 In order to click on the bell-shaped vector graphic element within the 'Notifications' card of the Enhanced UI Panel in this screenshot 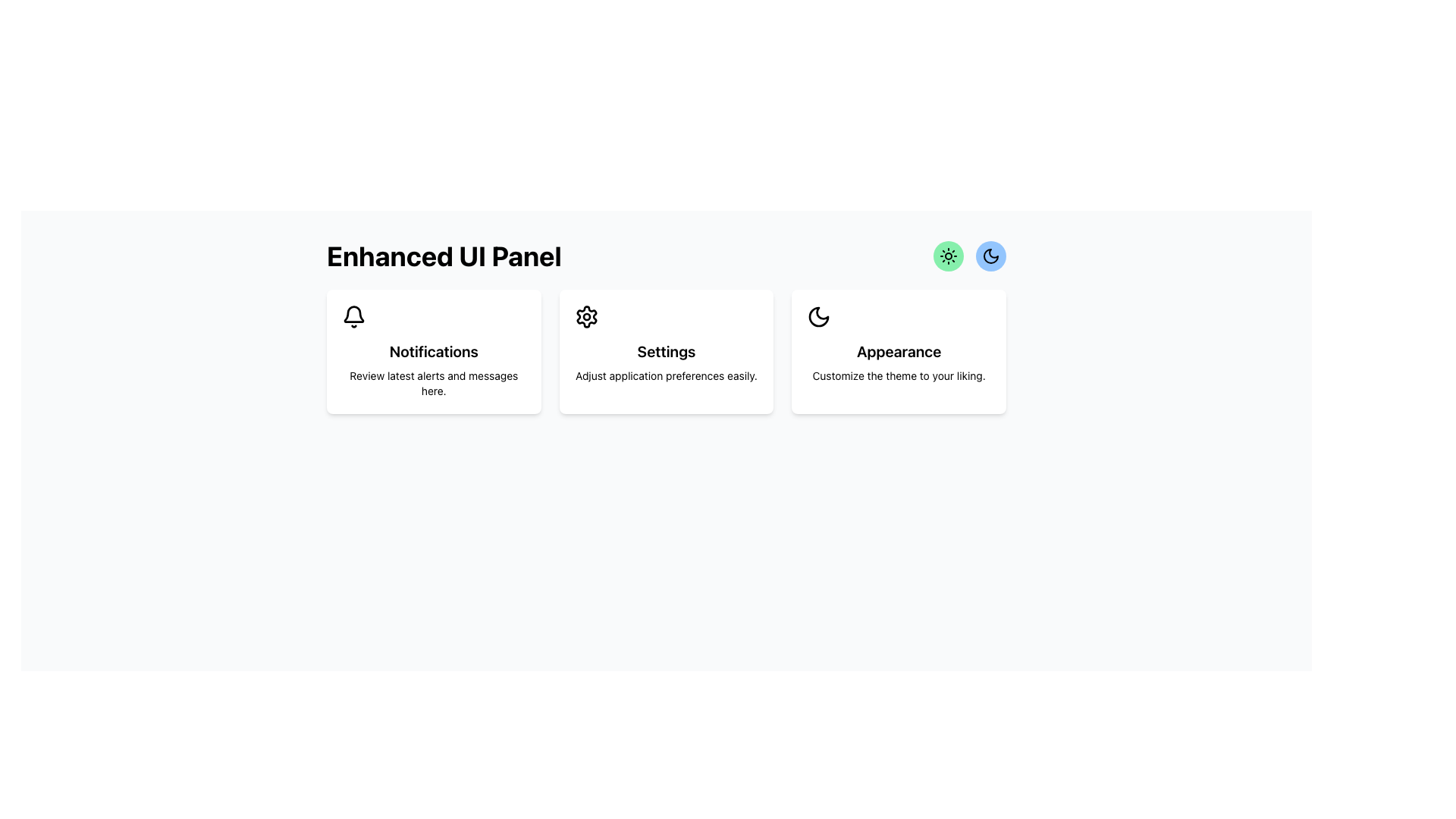, I will do `click(353, 313)`.